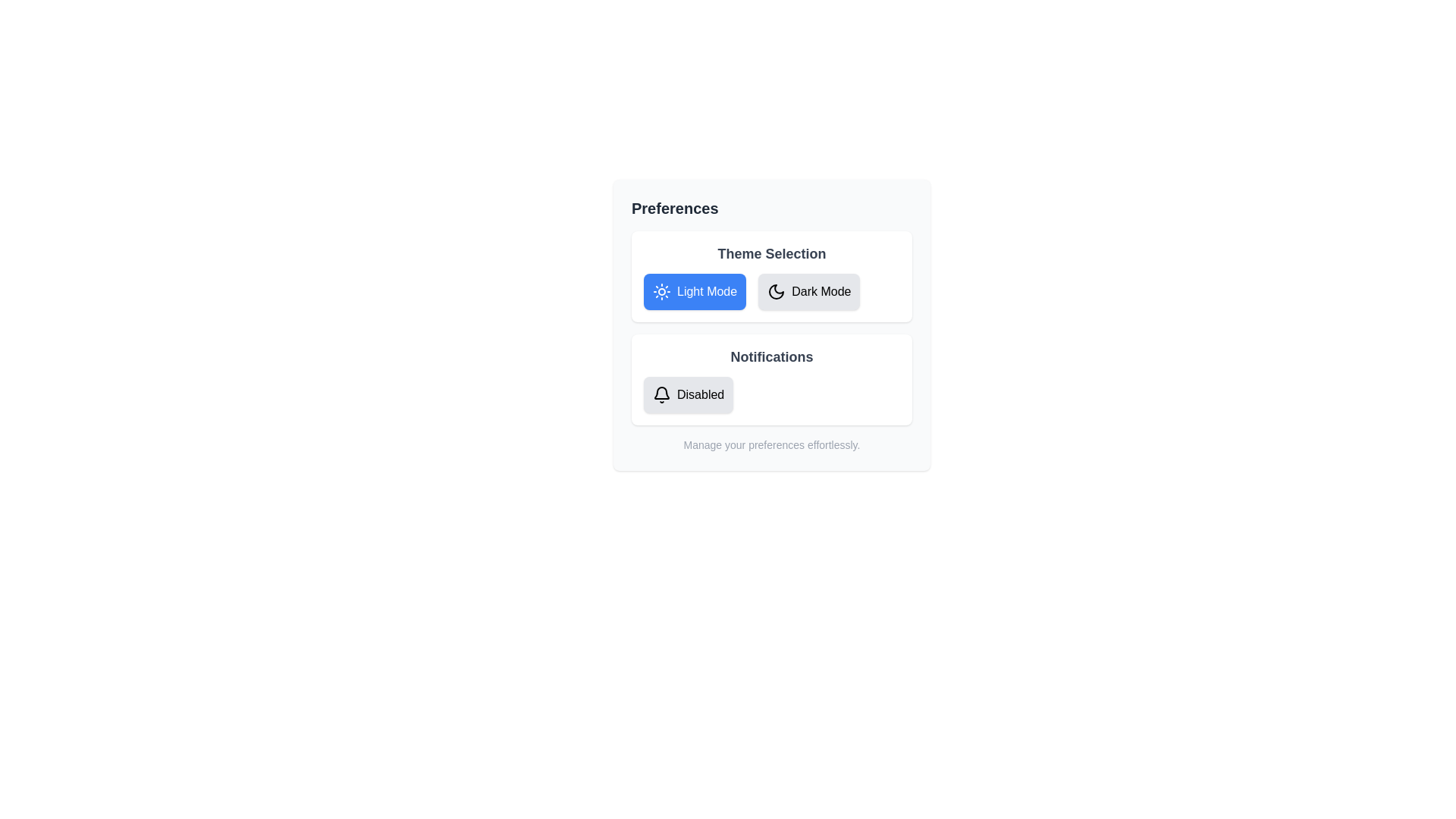  What do you see at coordinates (771, 292) in the screenshot?
I see `the 'Light Mode' button in the Toggle button group` at bounding box center [771, 292].